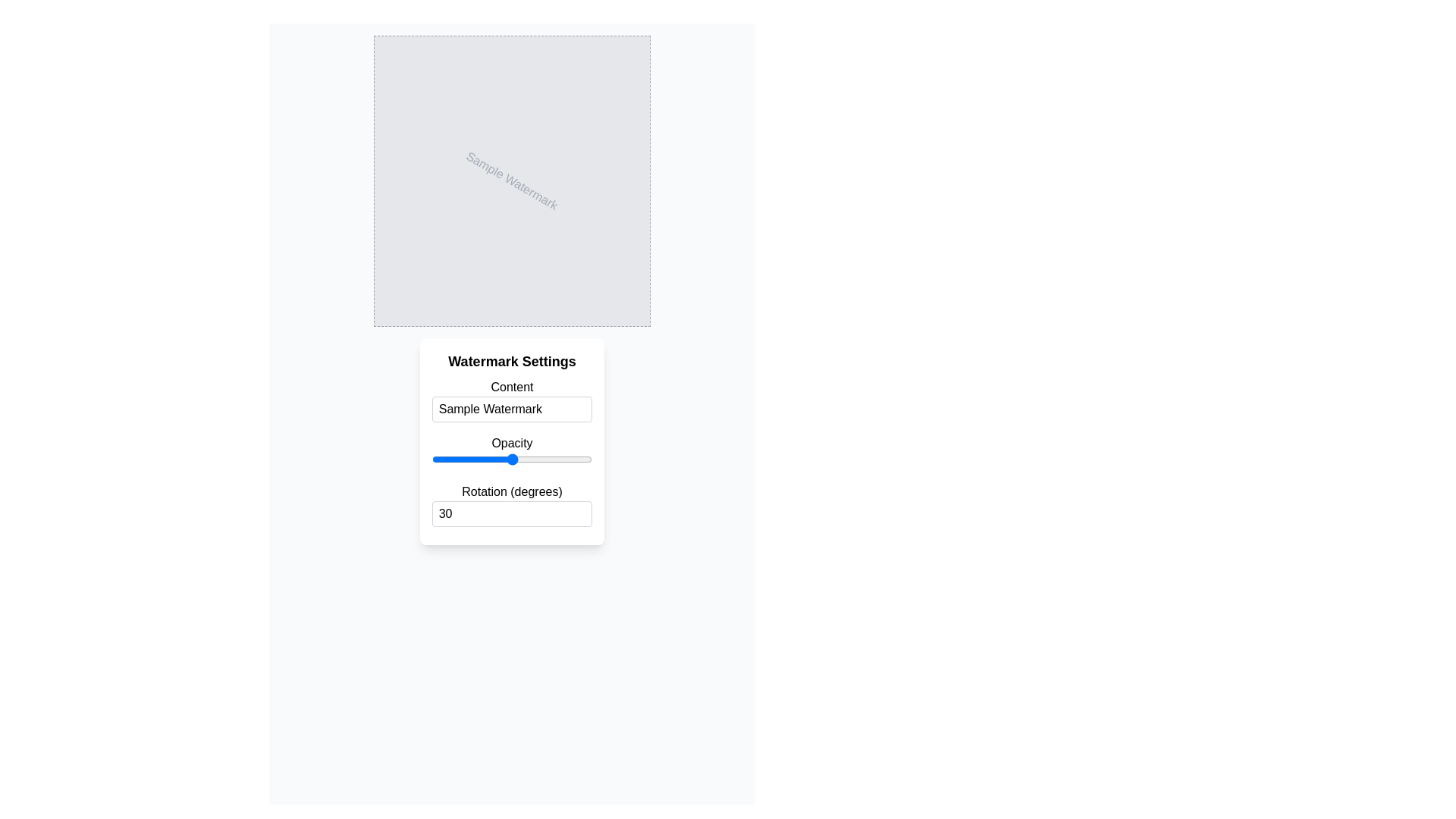  What do you see at coordinates (512, 441) in the screenshot?
I see `the watermark customization panel that allows users to modify text, opacity, and rotation settings` at bounding box center [512, 441].